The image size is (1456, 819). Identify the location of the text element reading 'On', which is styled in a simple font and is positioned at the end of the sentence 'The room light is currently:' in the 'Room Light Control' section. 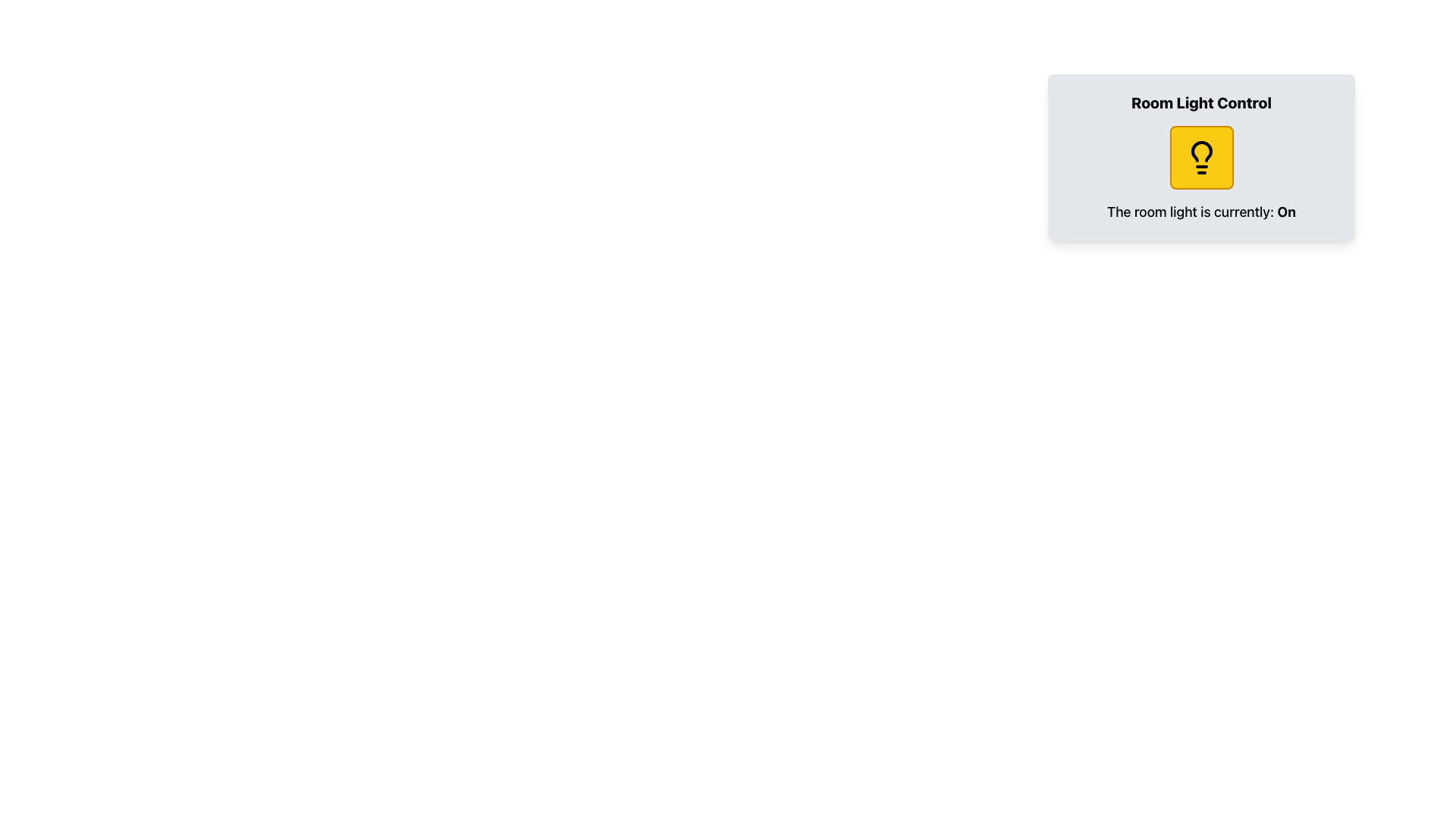
(1285, 212).